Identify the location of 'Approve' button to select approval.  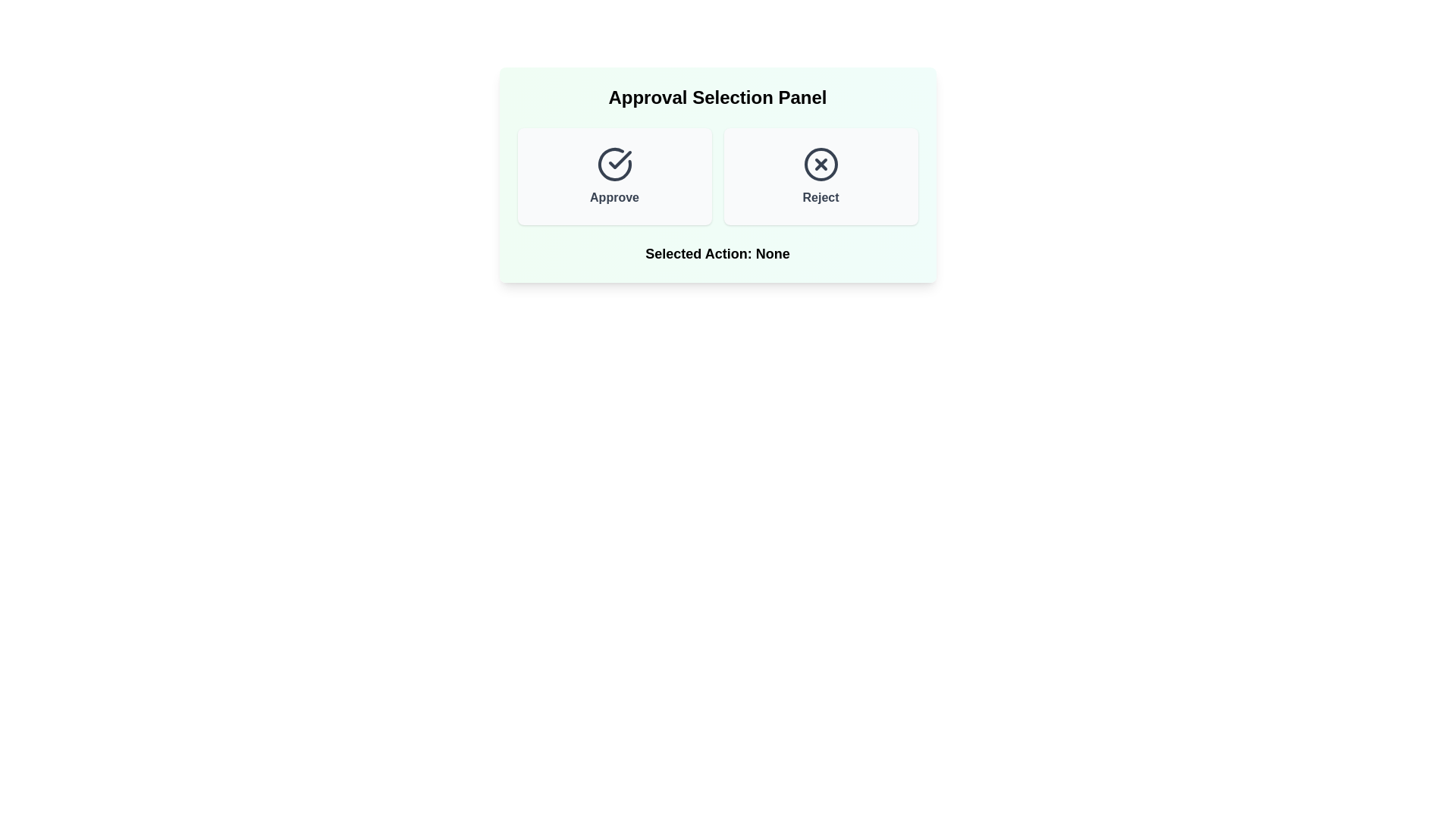
(614, 175).